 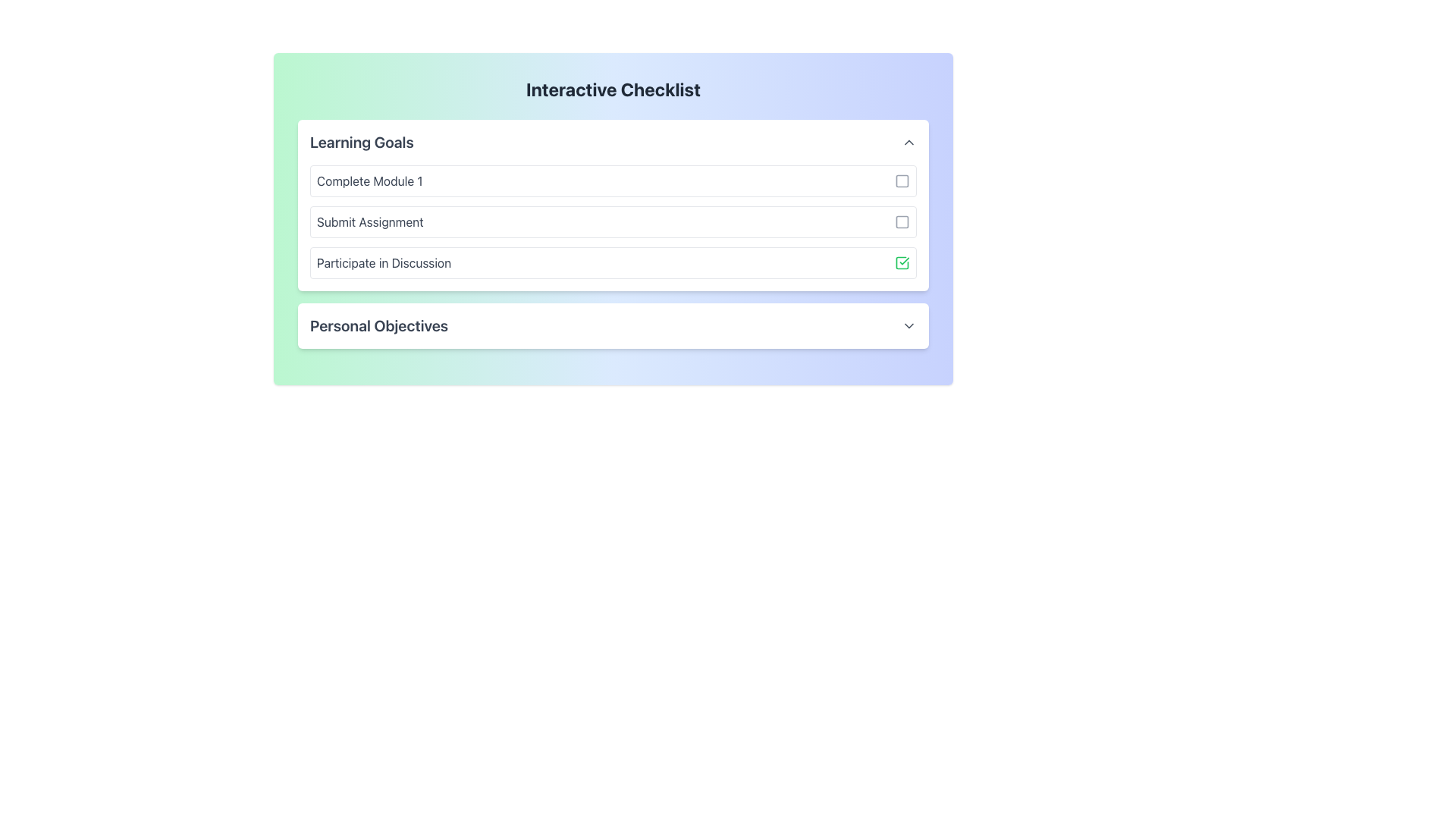 I want to click on the bold text label styled in dark gray that displays 'Learning Goals', located near the top-left corner of the section header, so click(x=361, y=143).